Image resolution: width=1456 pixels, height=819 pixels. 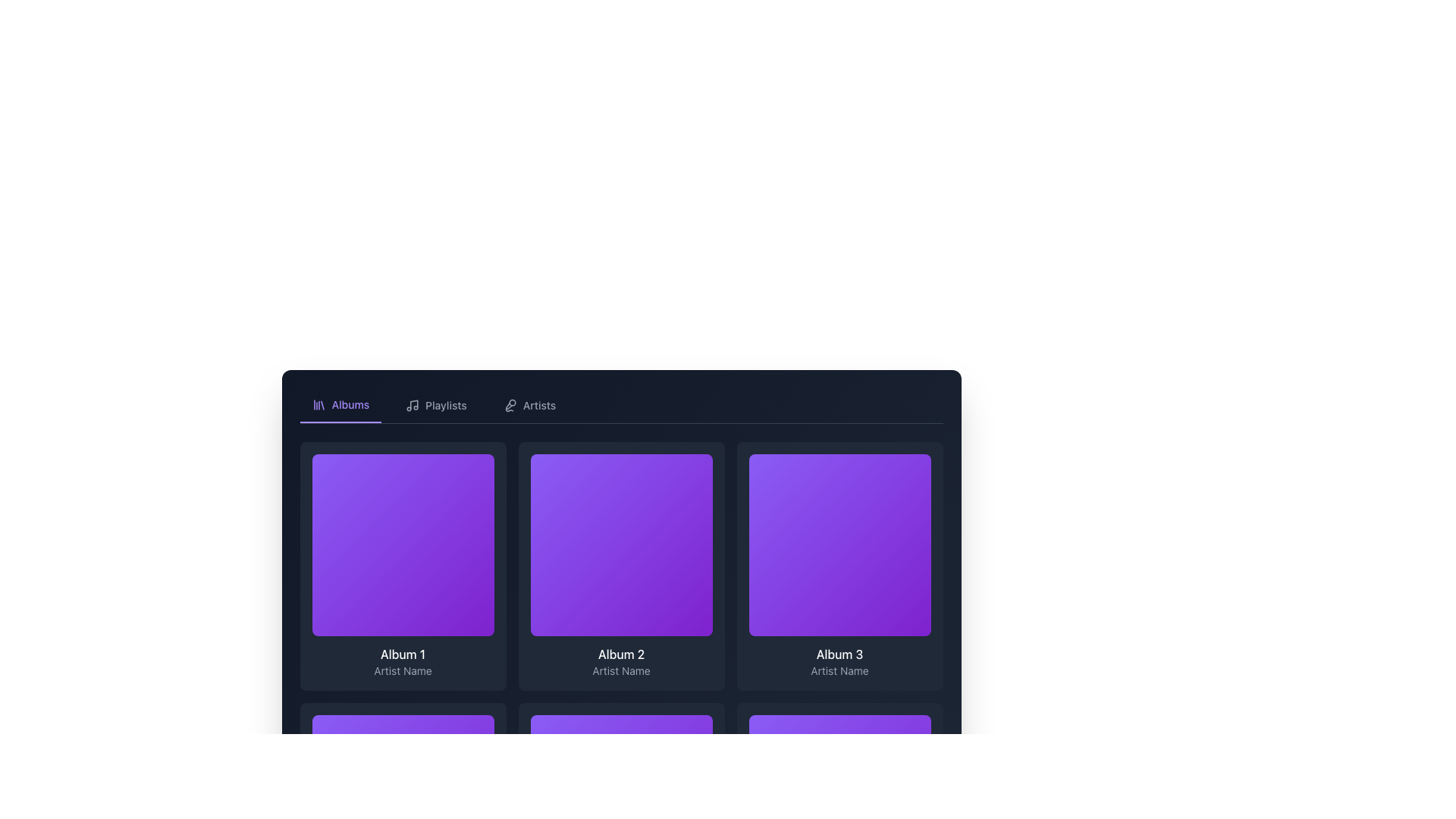 What do you see at coordinates (322, 404) in the screenshot?
I see `the rightmost slanted line of the SVG library icon located in the top navigation bar` at bounding box center [322, 404].